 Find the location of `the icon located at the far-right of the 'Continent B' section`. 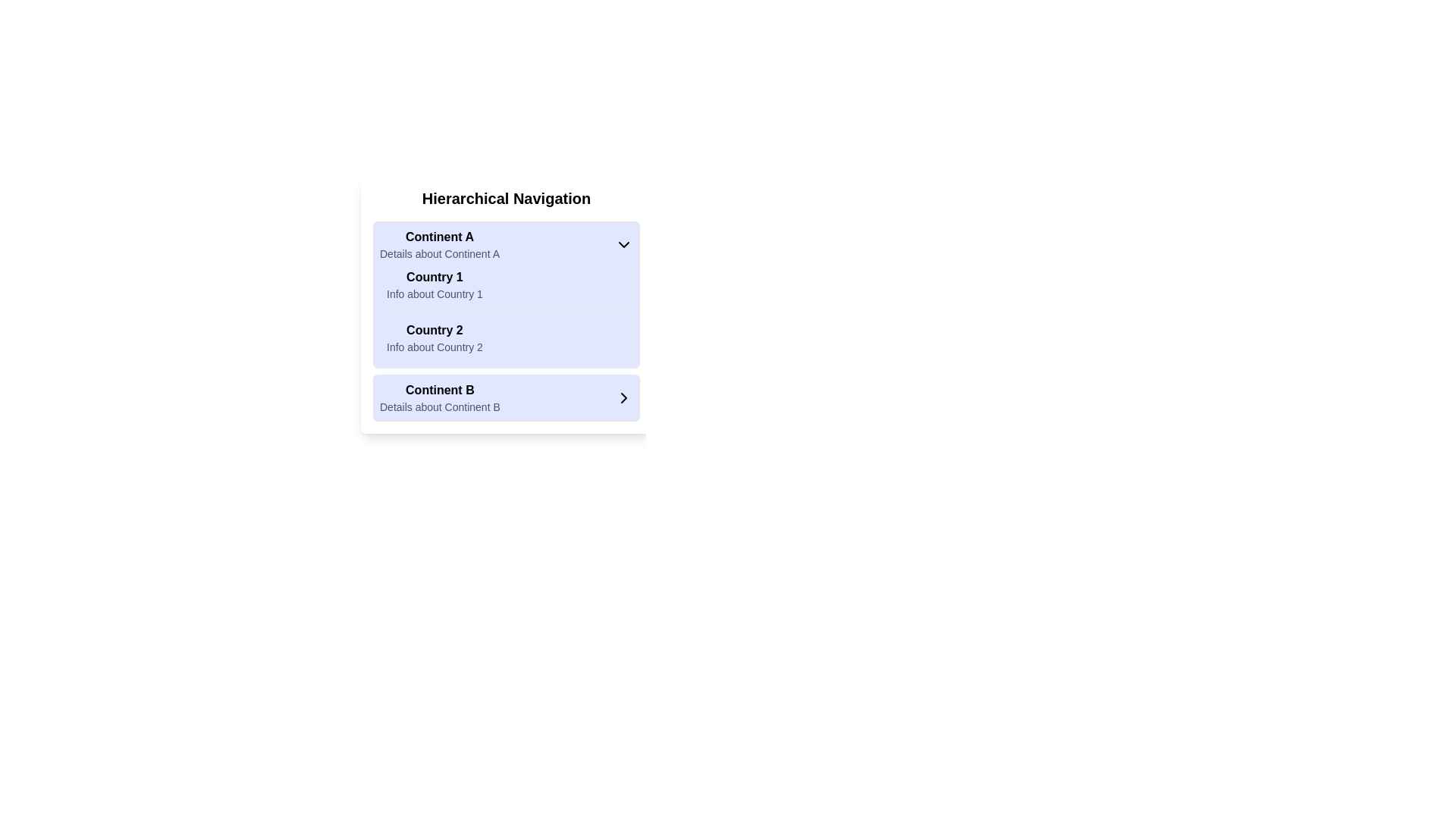

the icon located at the far-right of the 'Continent B' section is located at coordinates (623, 397).